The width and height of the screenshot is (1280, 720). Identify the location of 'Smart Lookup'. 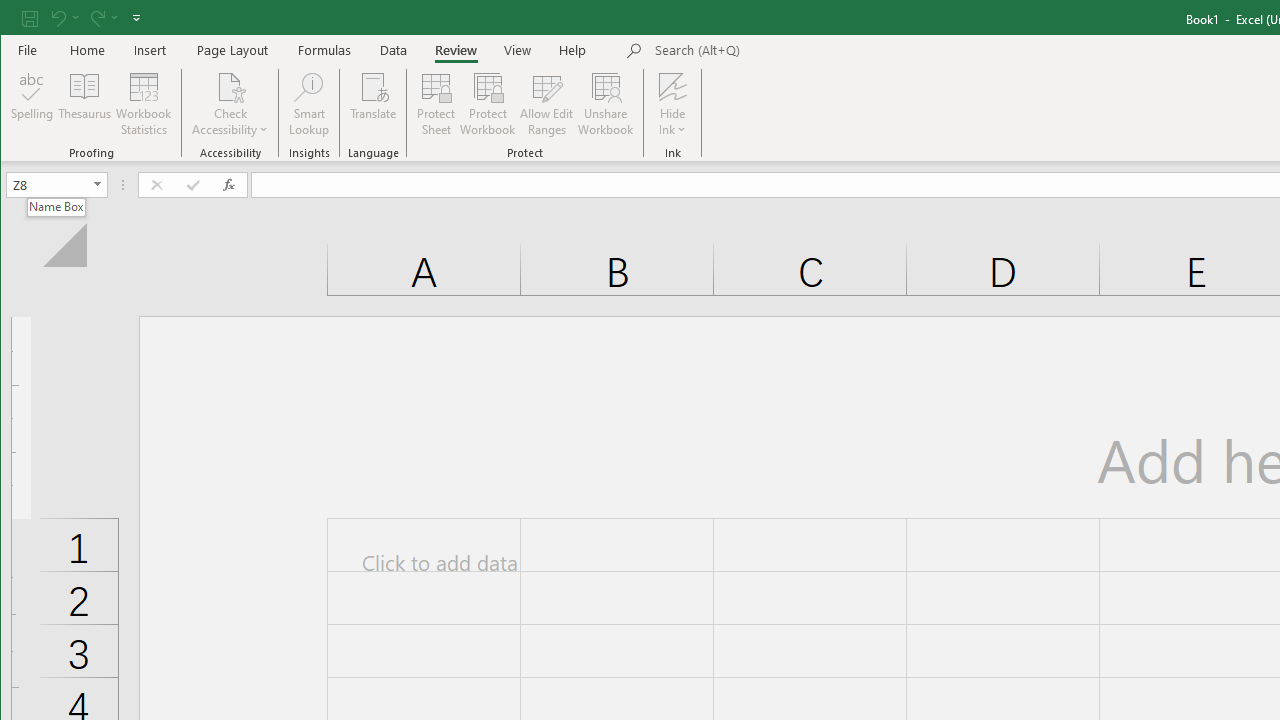
(308, 104).